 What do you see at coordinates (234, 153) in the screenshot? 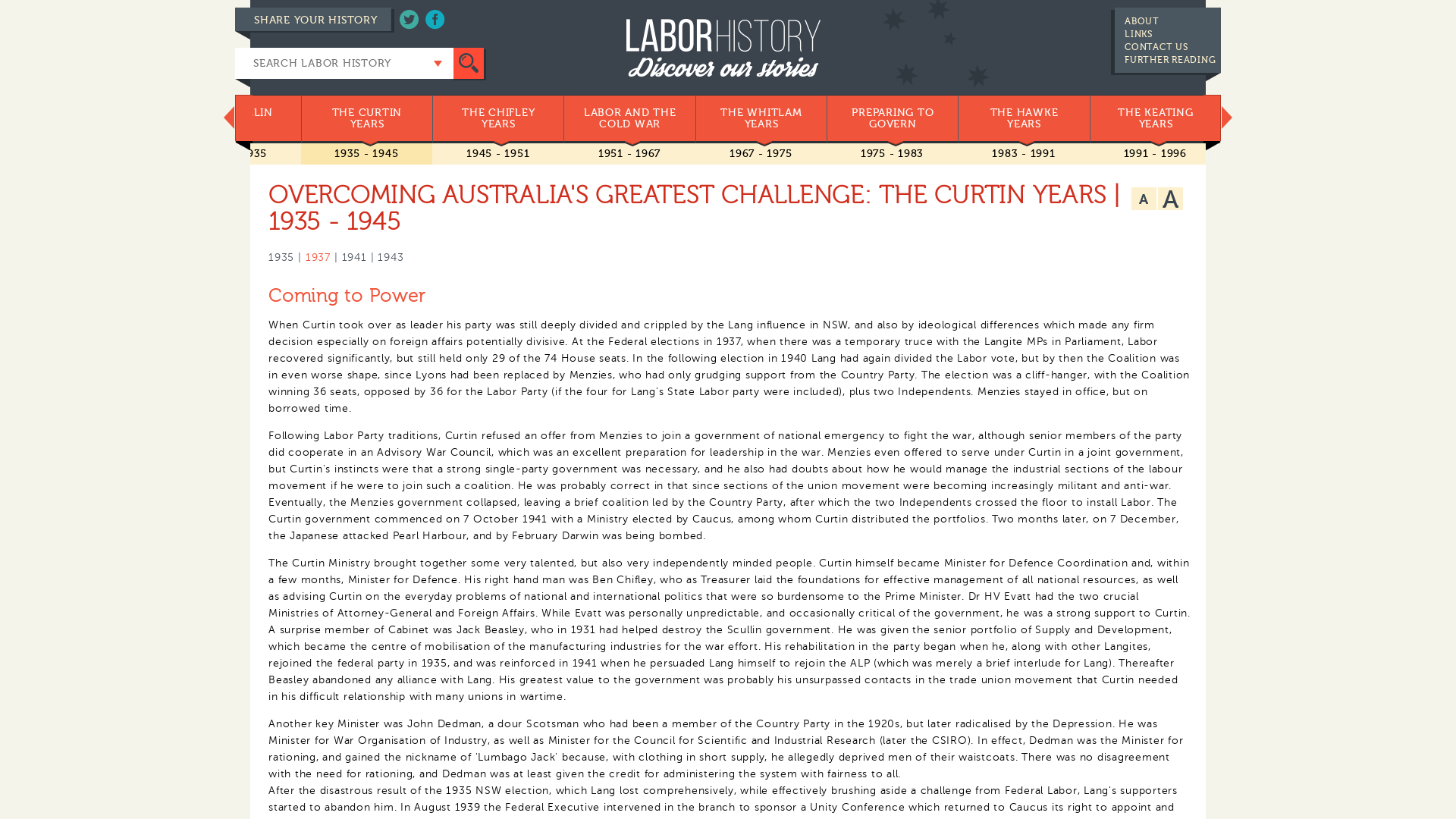
I see `'1929 - 1935'` at bounding box center [234, 153].